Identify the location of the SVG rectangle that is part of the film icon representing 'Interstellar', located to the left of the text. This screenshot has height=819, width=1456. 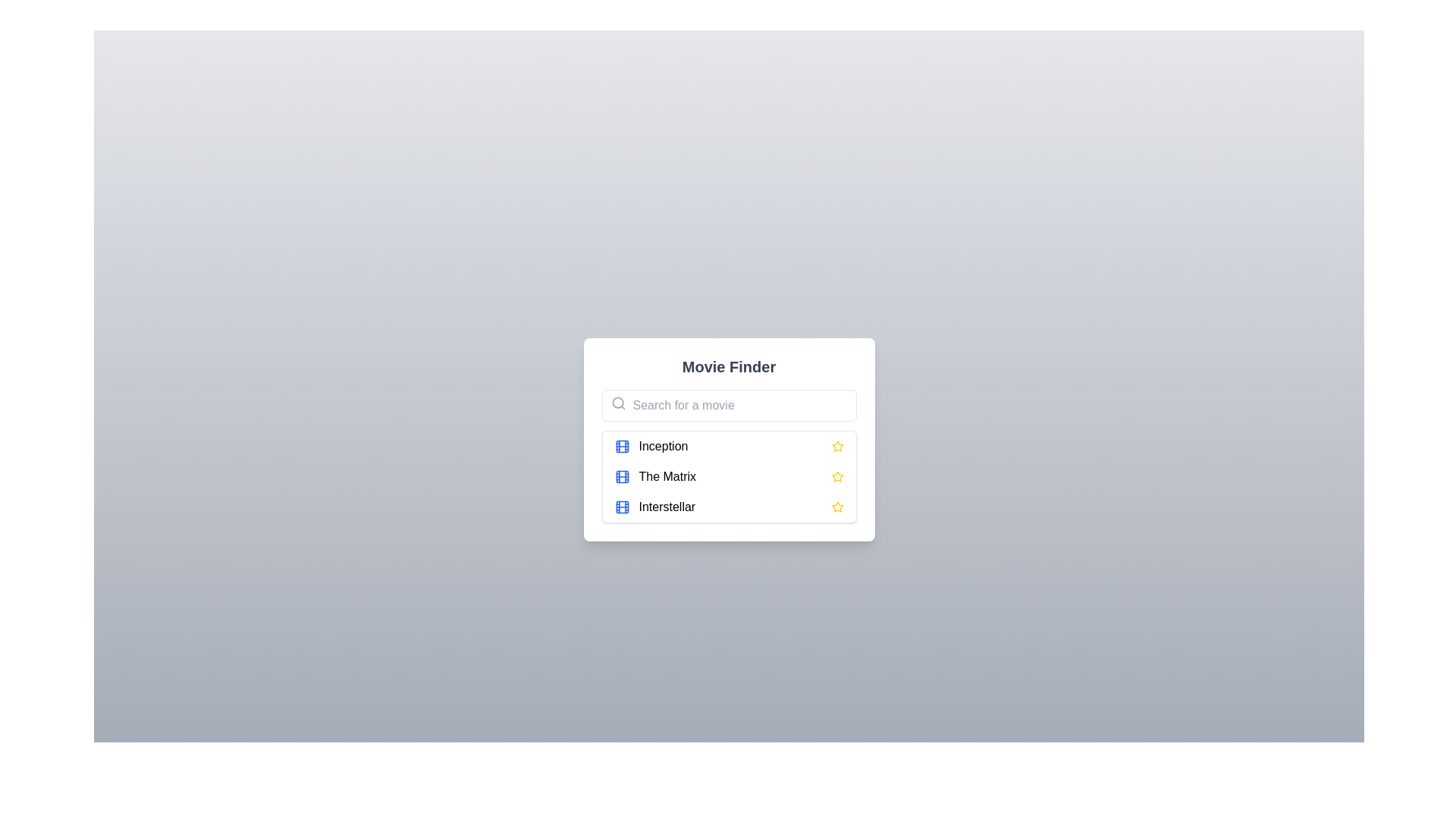
(622, 507).